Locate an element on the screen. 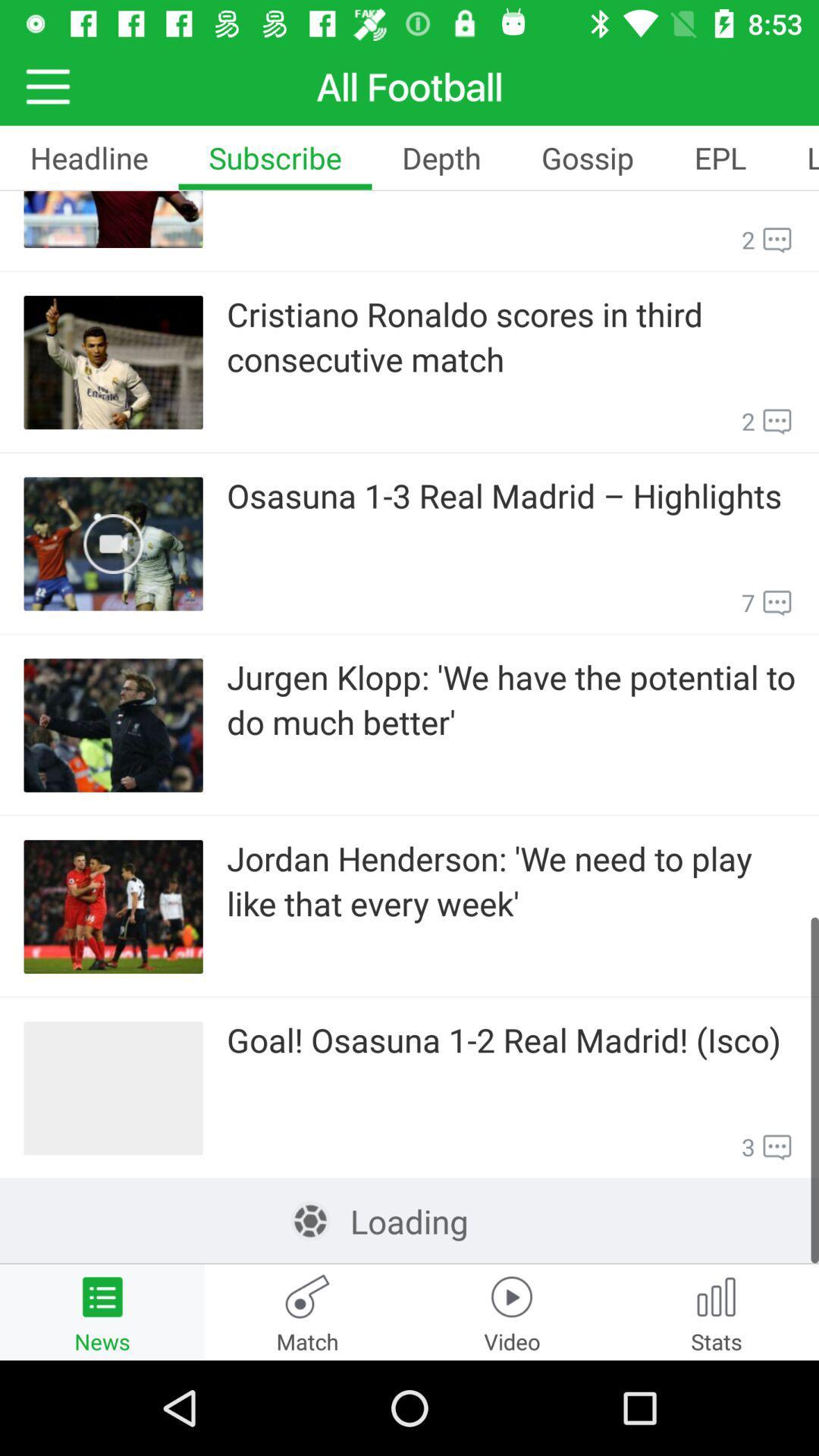 The image size is (819, 1456). second option image from bottom of the list is located at coordinates (113, 906).